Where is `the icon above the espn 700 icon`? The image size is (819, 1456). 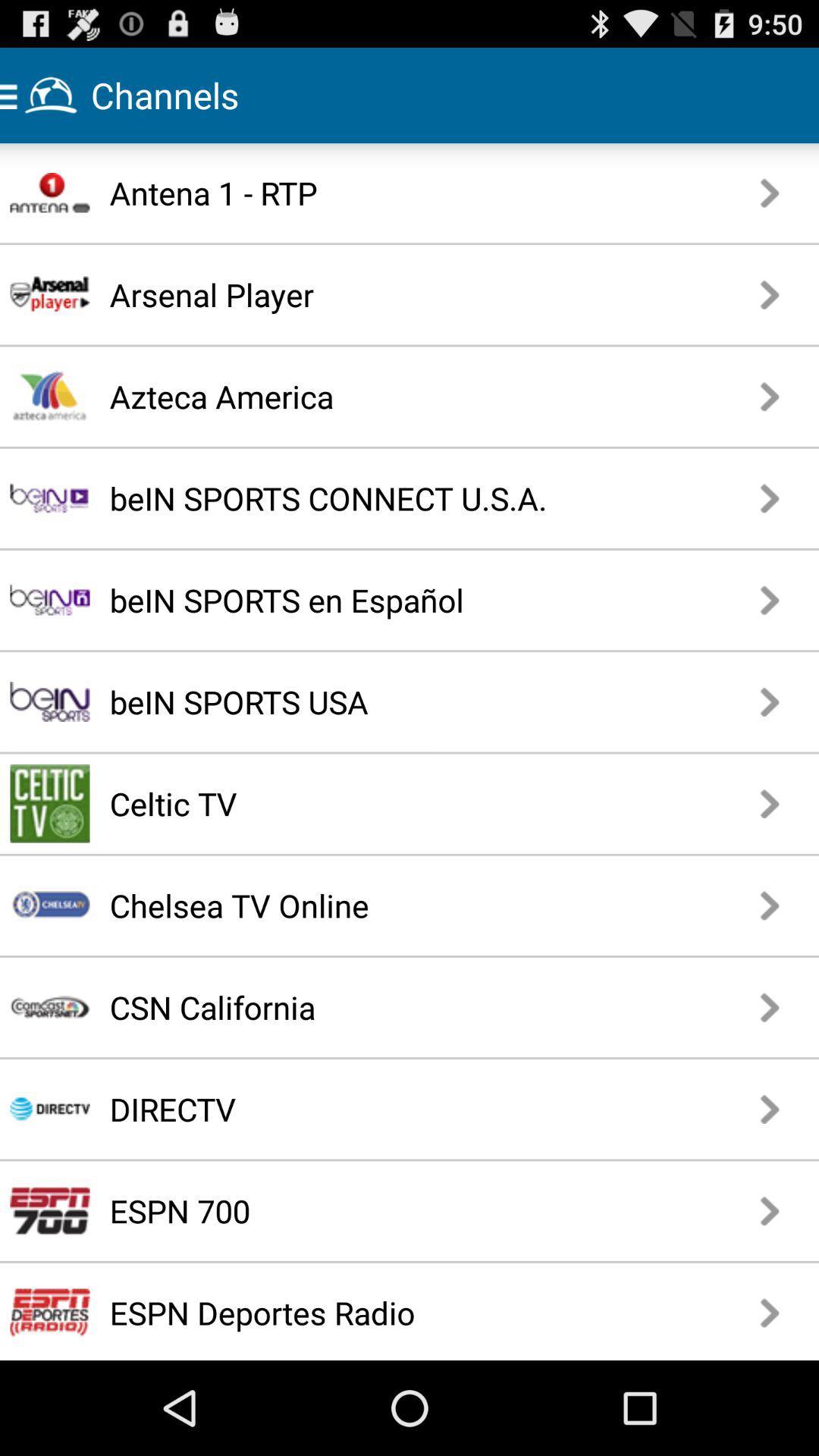
the icon above the espn 700 icon is located at coordinates (355, 1109).